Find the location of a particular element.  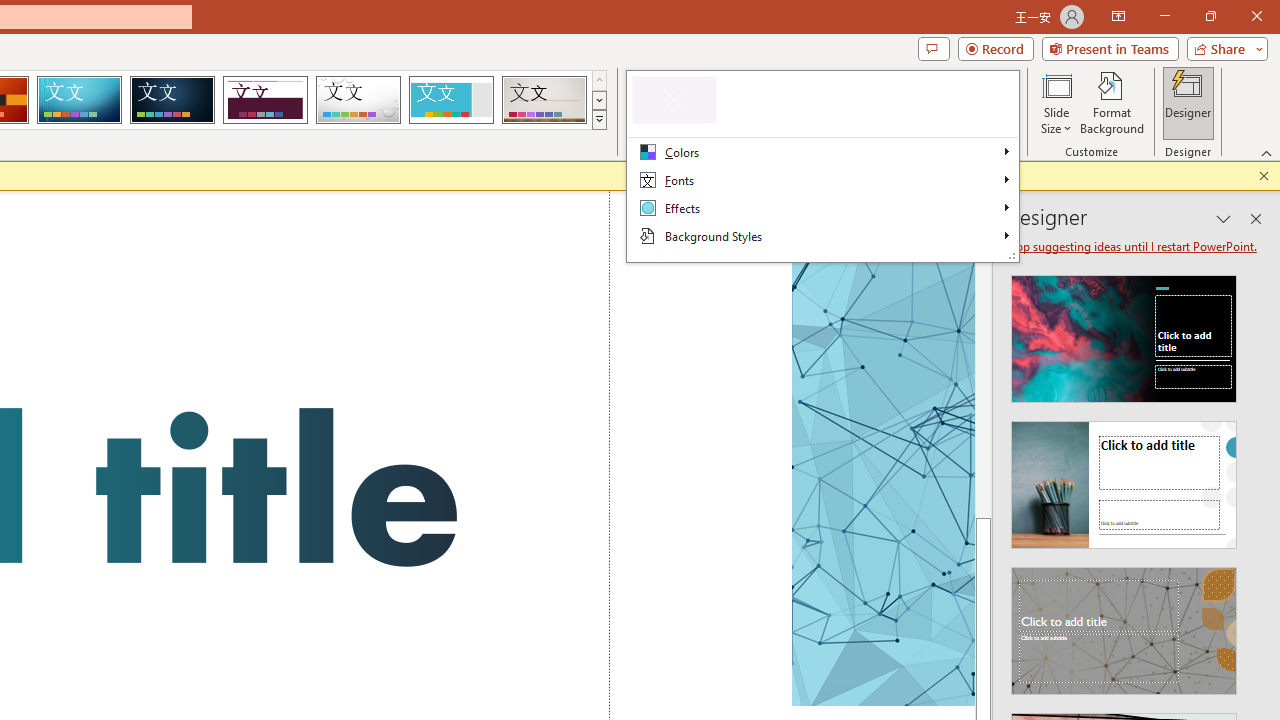

'Close this message' is located at coordinates (1263, 175).